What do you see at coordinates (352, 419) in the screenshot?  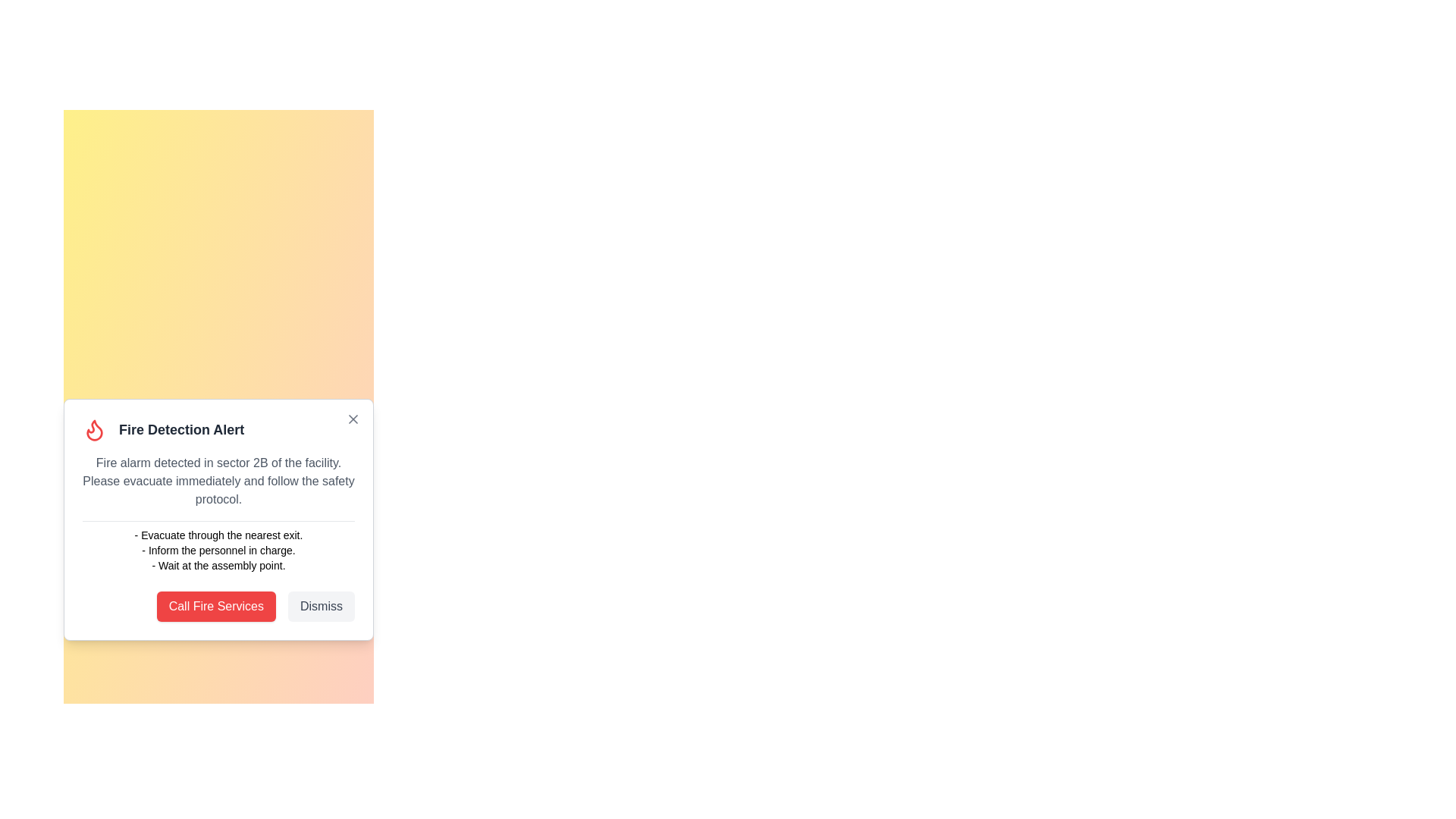 I see `the close button to dismiss the alert modal` at bounding box center [352, 419].